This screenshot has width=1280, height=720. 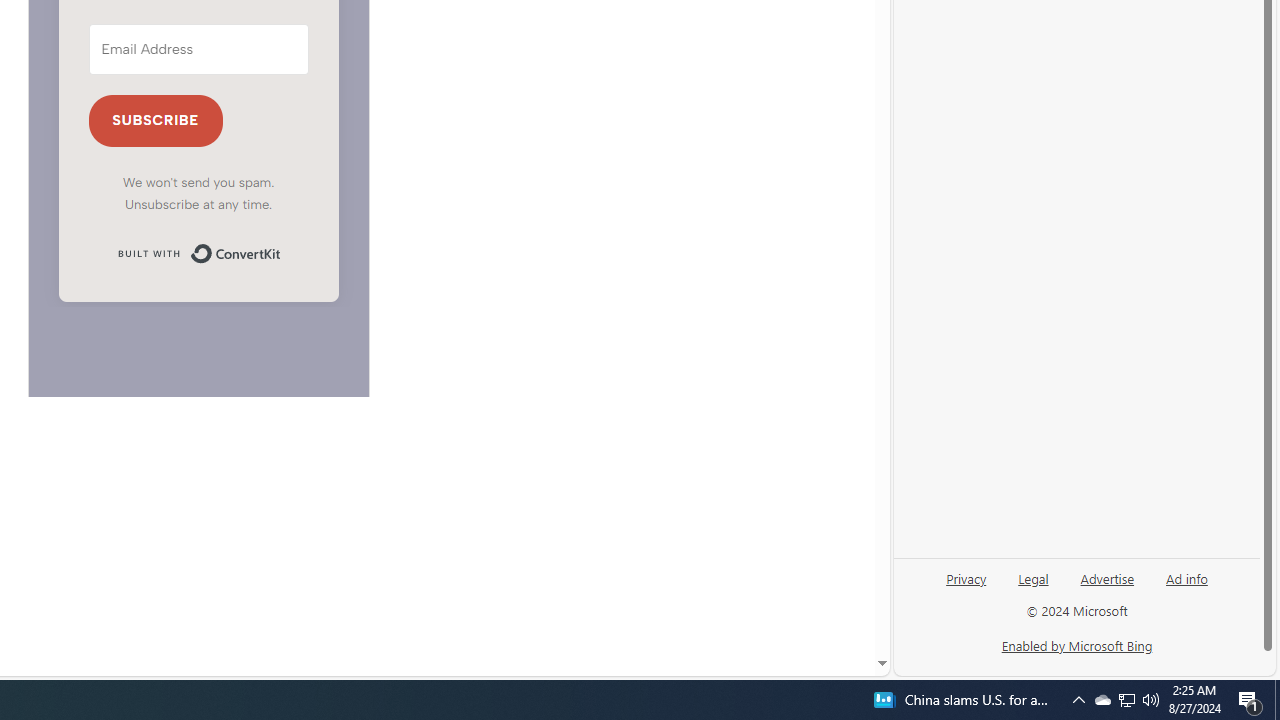 What do you see at coordinates (155, 121) in the screenshot?
I see `'SUBSCRIBE'` at bounding box center [155, 121].